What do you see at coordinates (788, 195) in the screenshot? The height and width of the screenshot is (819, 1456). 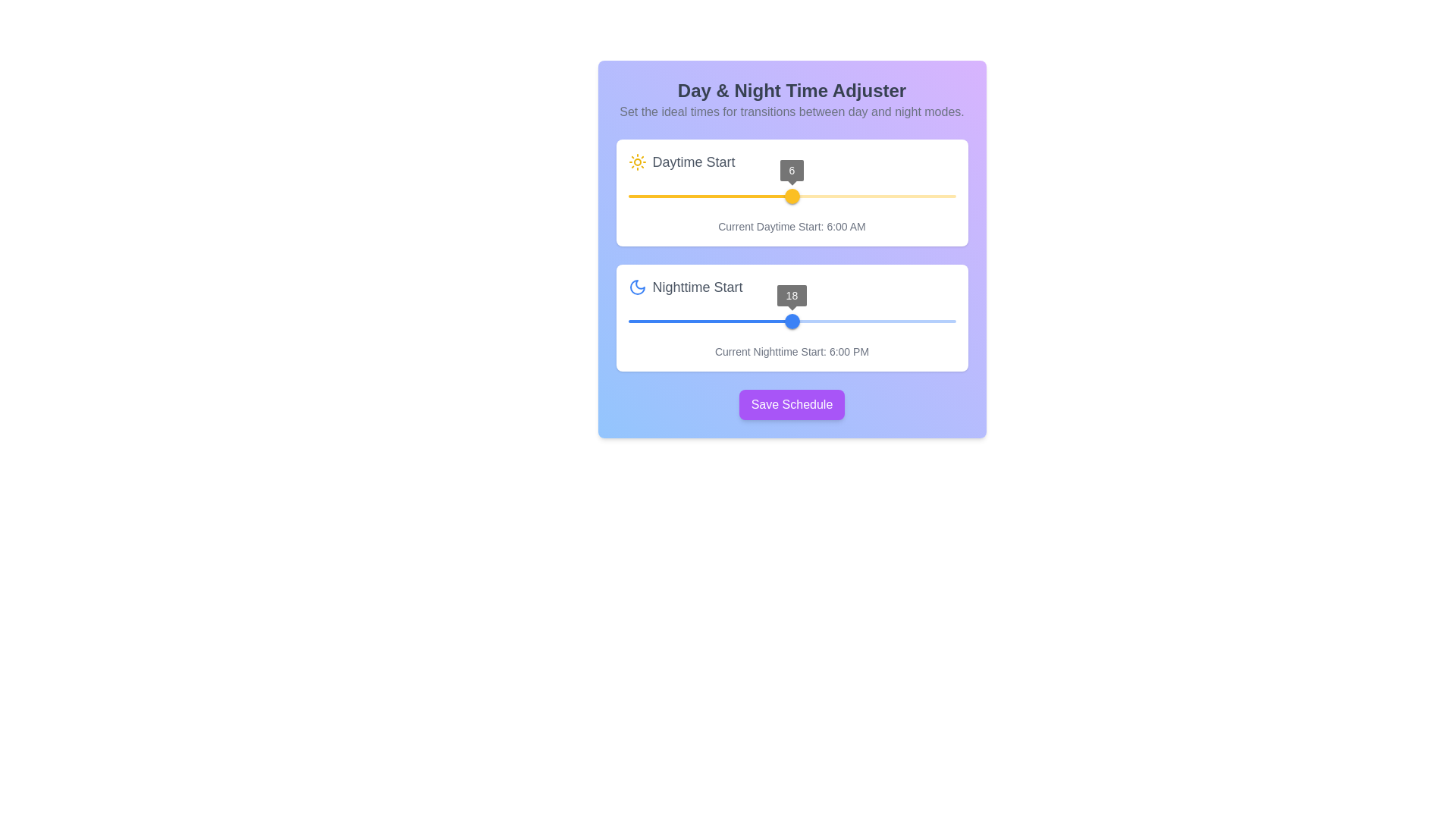 I see `the Daytime Start slider` at bounding box center [788, 195].